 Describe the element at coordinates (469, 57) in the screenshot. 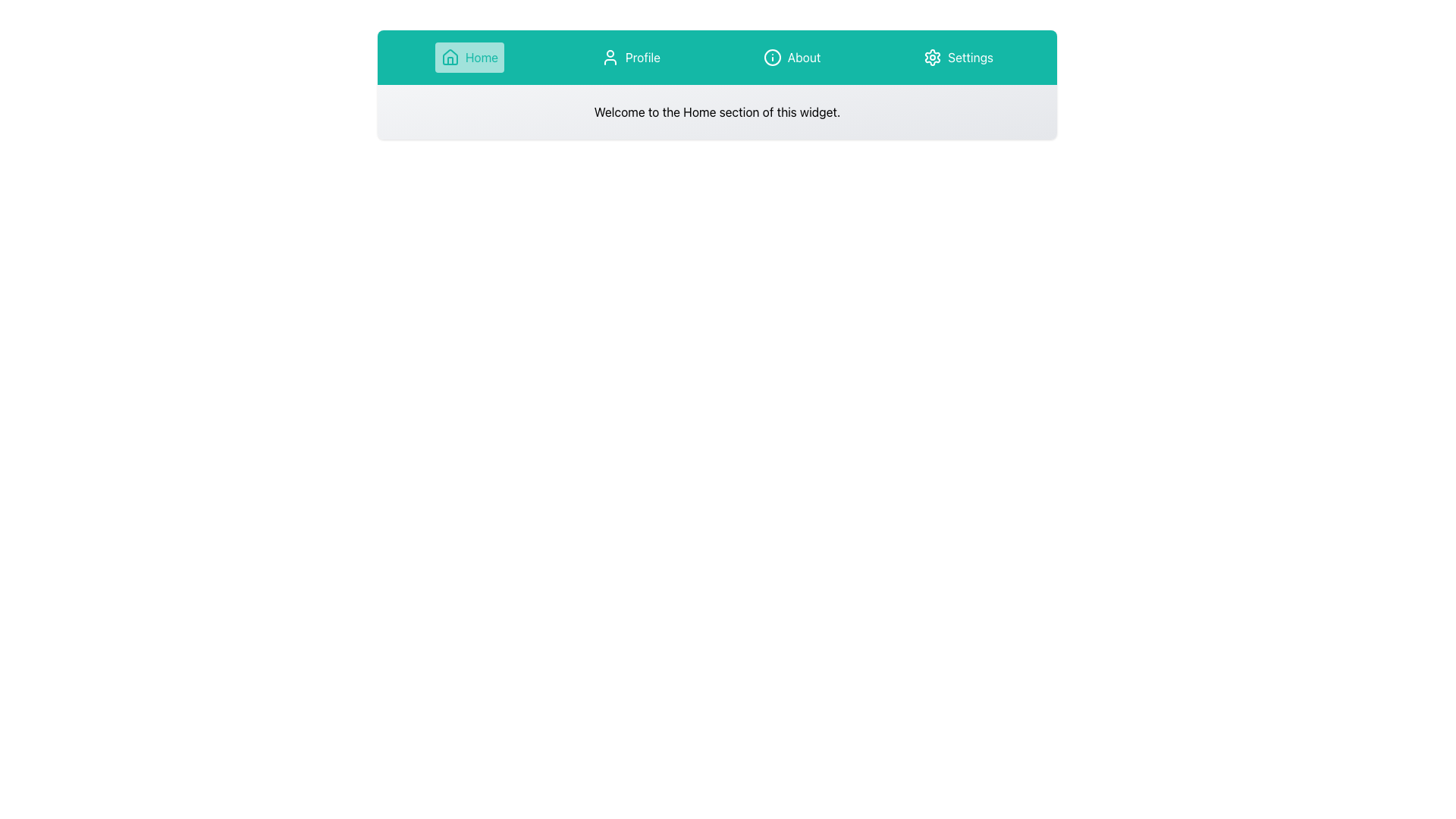

I see `the navigation button that redirects users to the home section of the application, positioned as the first button from the left in the navigation bar` at that location.